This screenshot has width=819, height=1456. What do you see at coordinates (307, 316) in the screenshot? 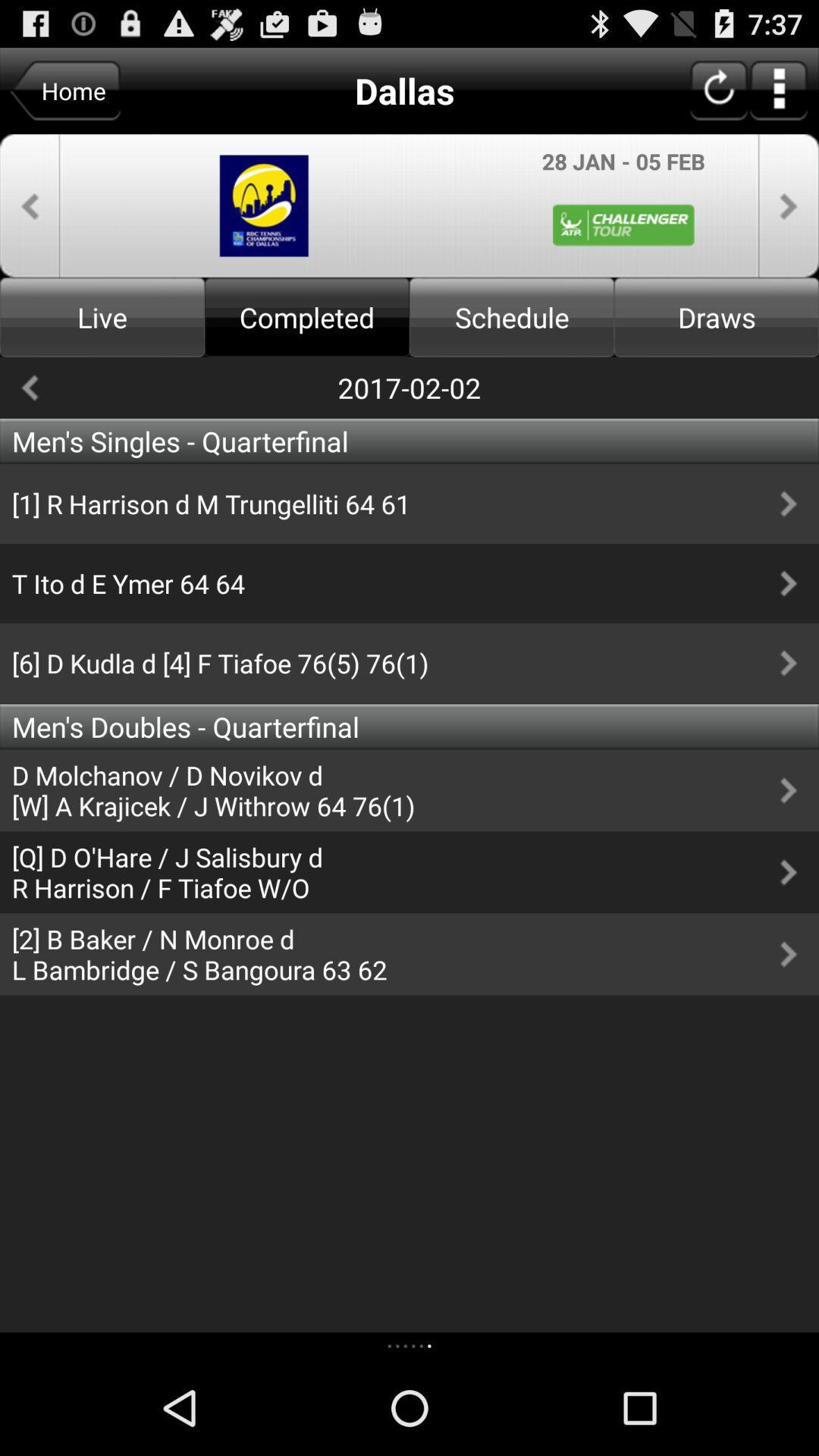
I see `completed` at bounding box center [307, 316].